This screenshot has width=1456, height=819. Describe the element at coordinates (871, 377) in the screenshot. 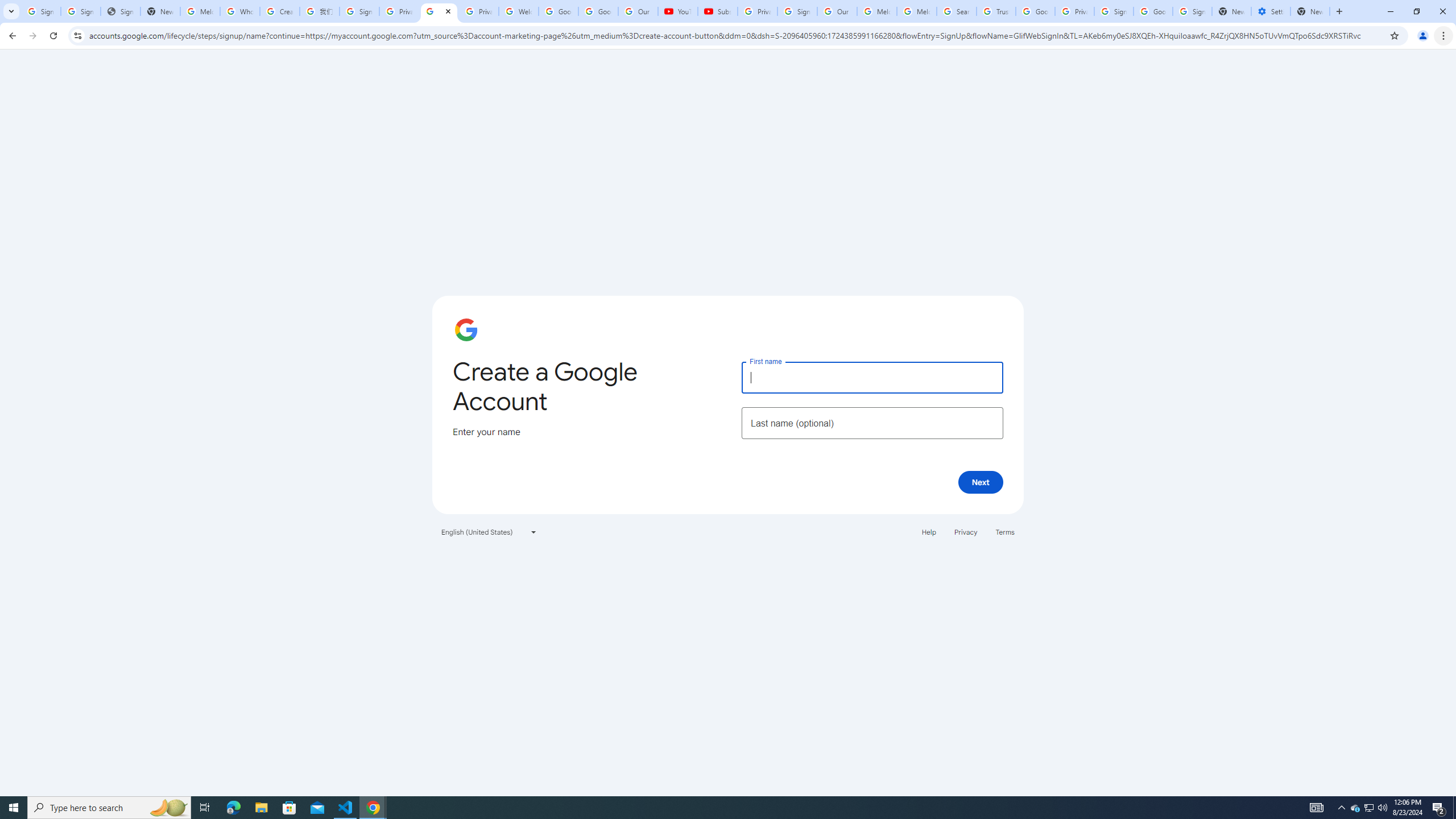

I see `'First name'` at that location.